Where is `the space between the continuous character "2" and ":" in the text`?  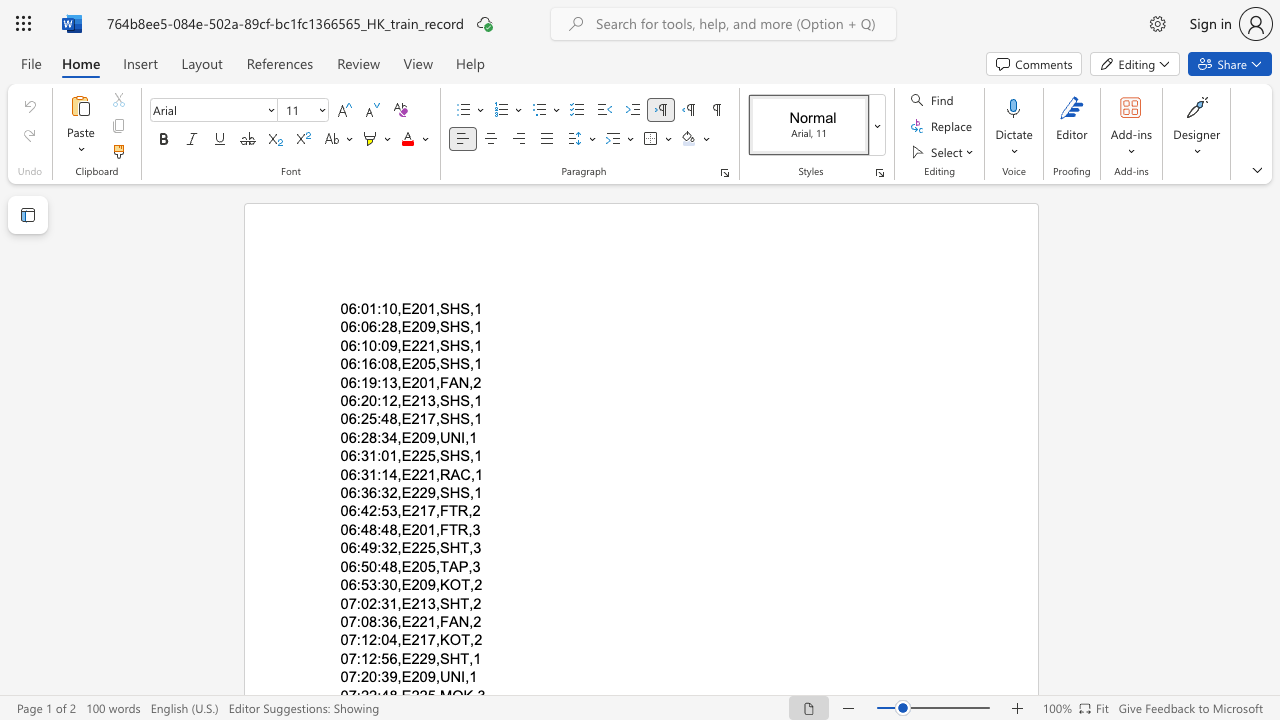 the space between the continuous character "2" and ":" in the text is located at coordinates (376, 640).